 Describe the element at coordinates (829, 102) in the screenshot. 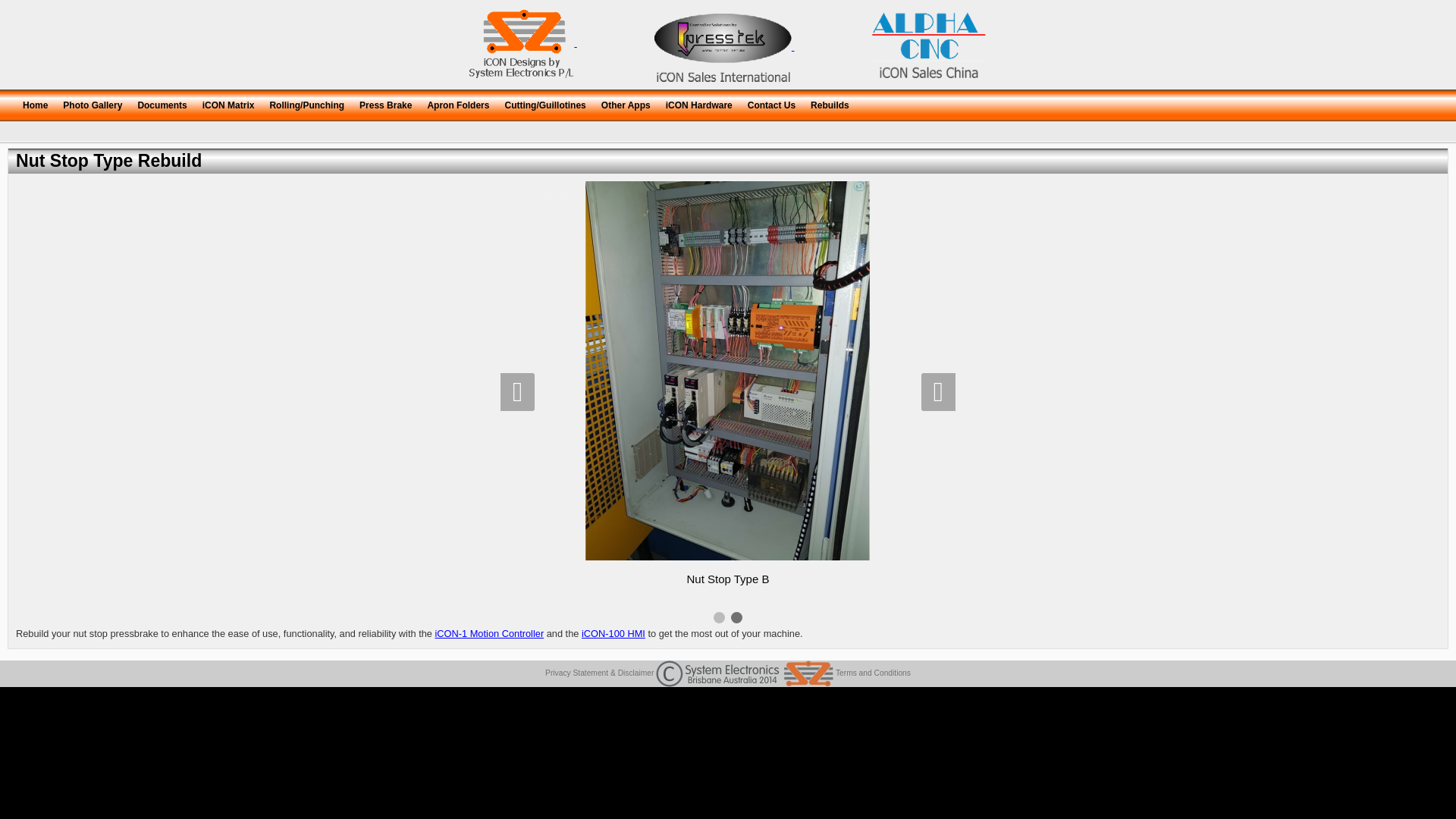

I see `'Rebuilds'` at that location.